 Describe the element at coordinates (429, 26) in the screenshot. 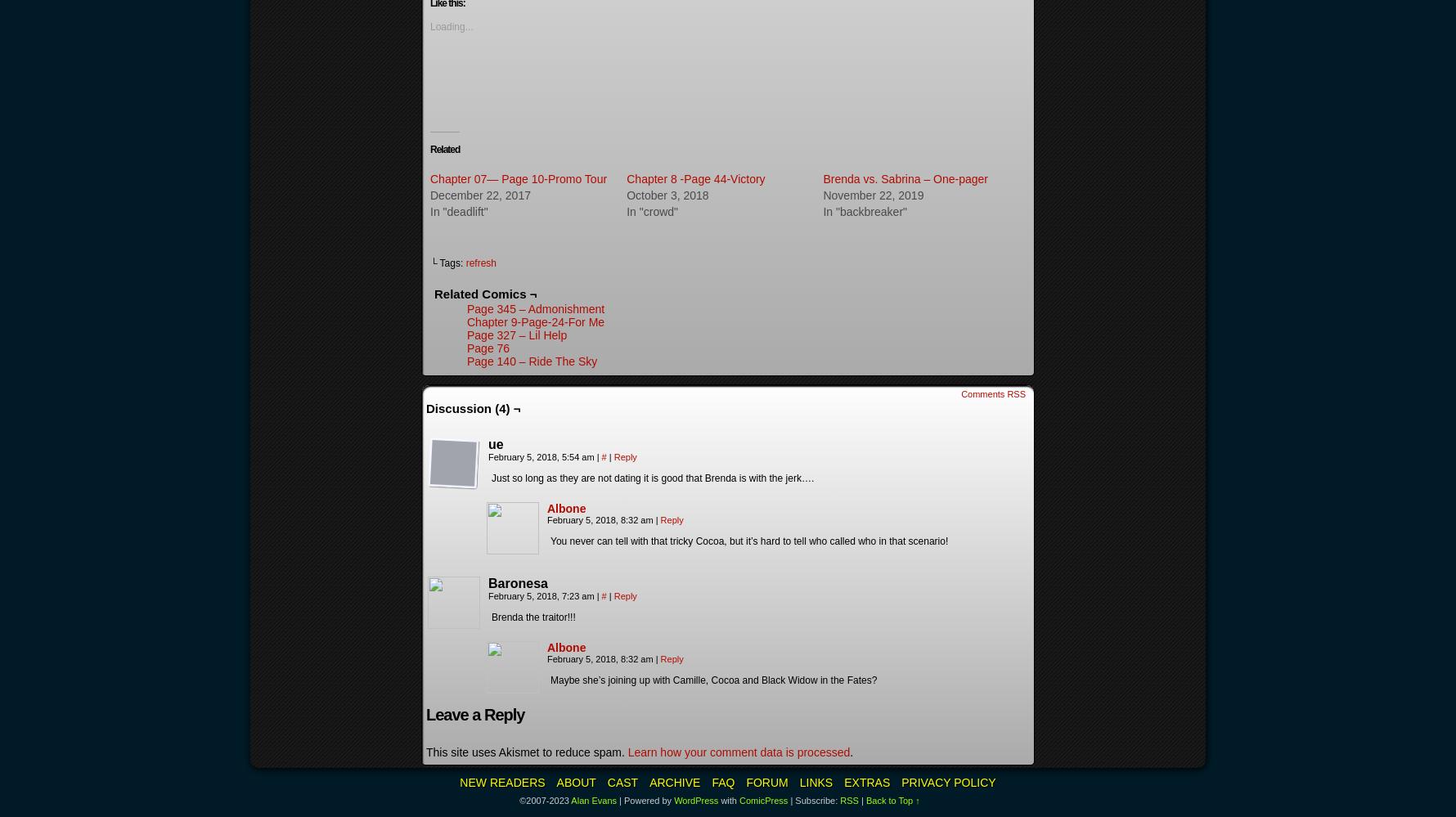

I see `'Loading...'` at that location.